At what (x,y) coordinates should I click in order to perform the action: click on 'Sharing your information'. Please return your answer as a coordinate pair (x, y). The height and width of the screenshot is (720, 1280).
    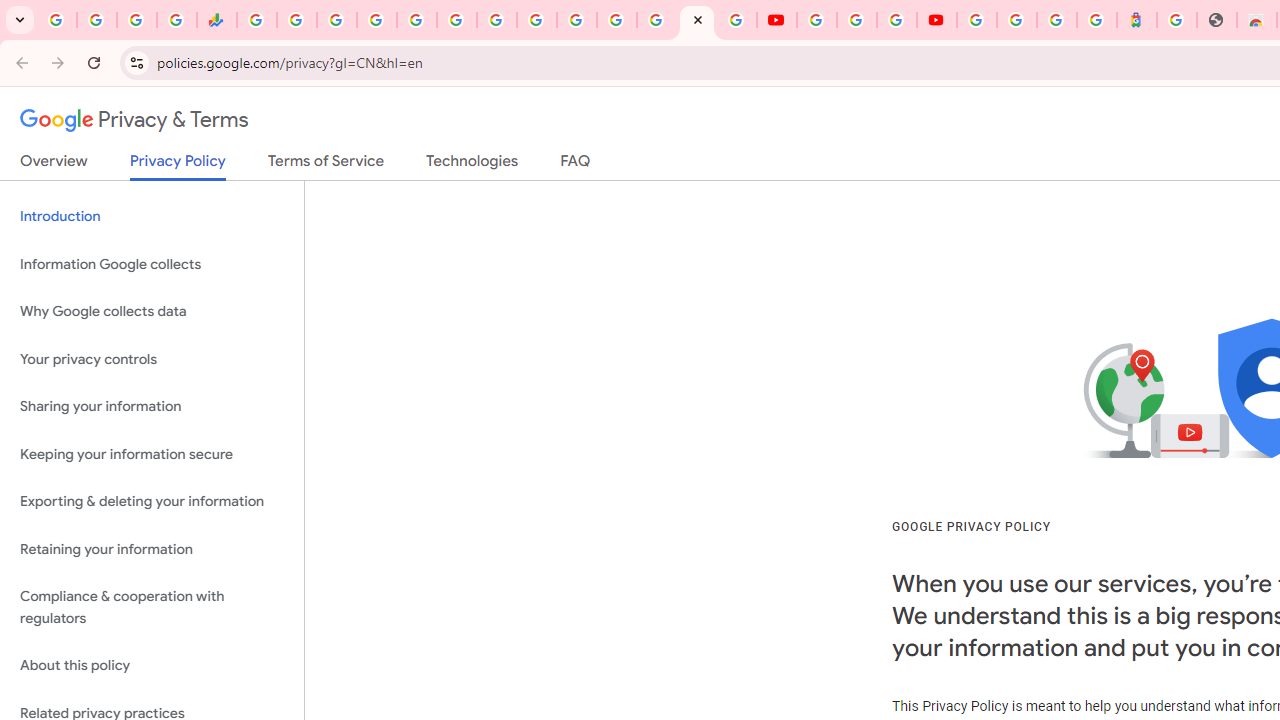
    Looking at the image, I should click on (151, 406).